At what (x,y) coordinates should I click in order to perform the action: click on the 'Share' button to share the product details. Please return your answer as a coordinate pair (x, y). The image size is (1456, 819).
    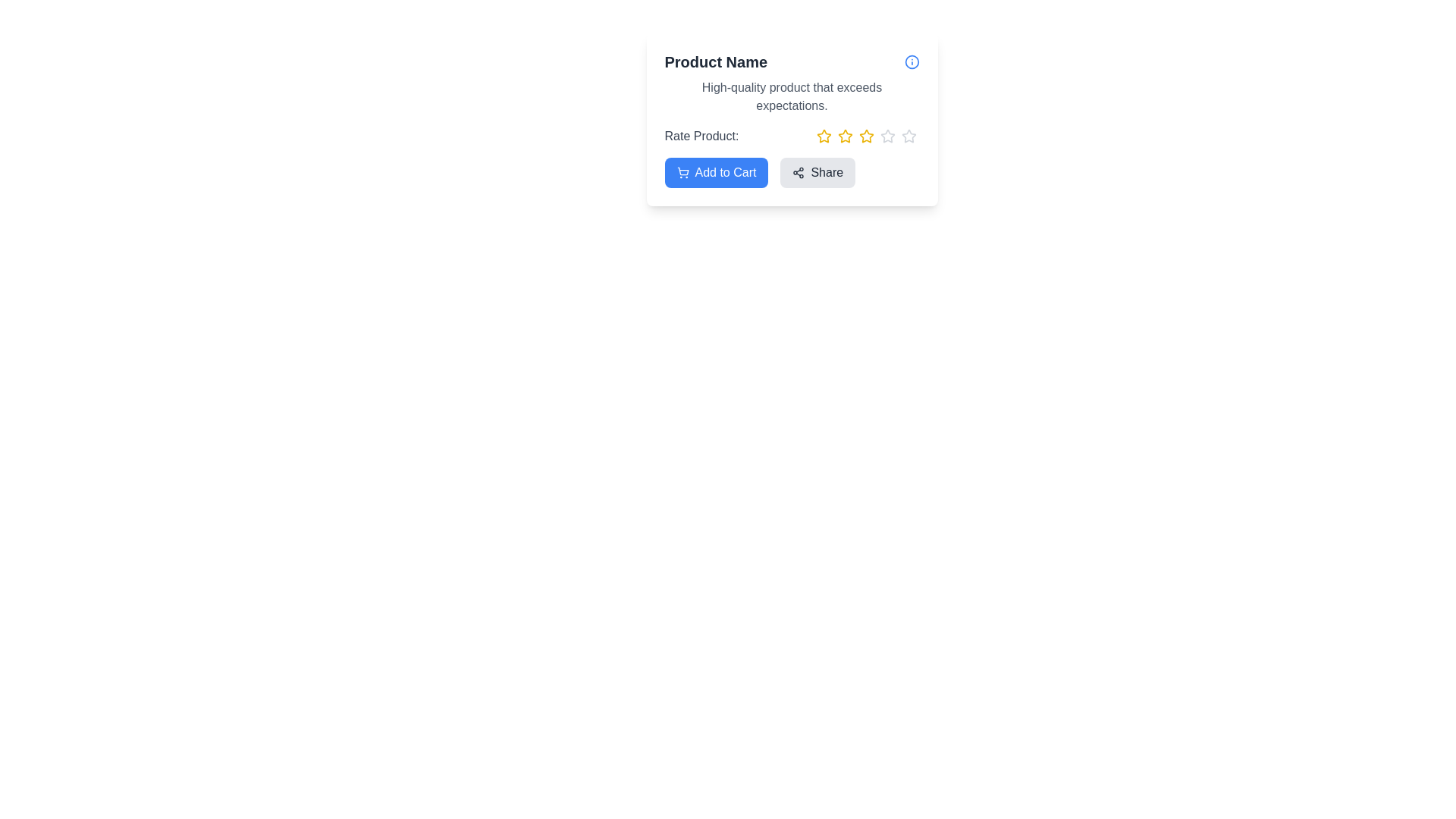
    Looking at the image, I should click on (817, 171).